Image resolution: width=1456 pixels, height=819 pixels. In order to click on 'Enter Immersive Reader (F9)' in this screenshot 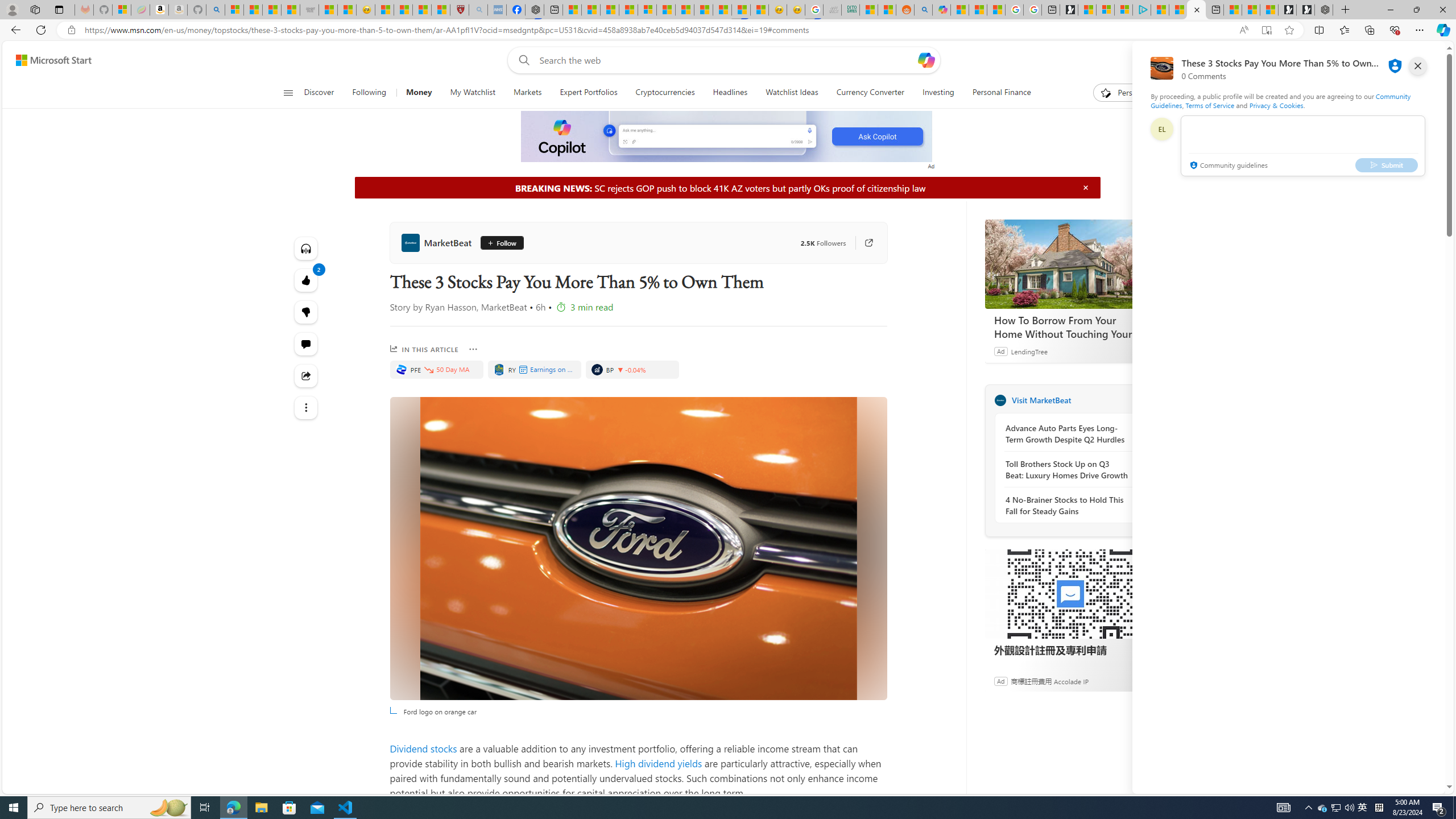, I will do `click(1266, 30)`.